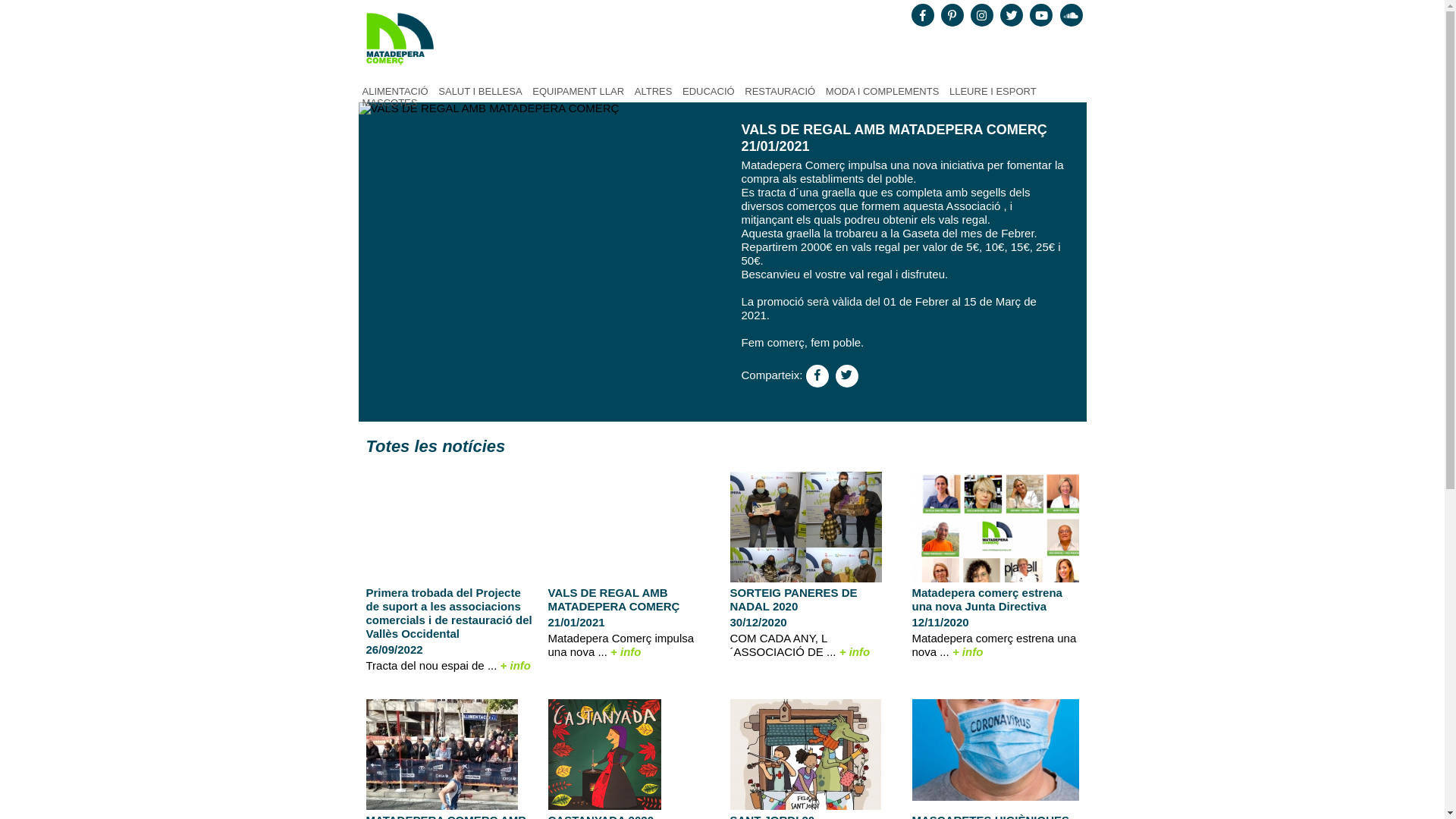 This screenshot has height=819, width=1456. I want to click on 'EQUIPAMENT LLAR', so click(577, 91).